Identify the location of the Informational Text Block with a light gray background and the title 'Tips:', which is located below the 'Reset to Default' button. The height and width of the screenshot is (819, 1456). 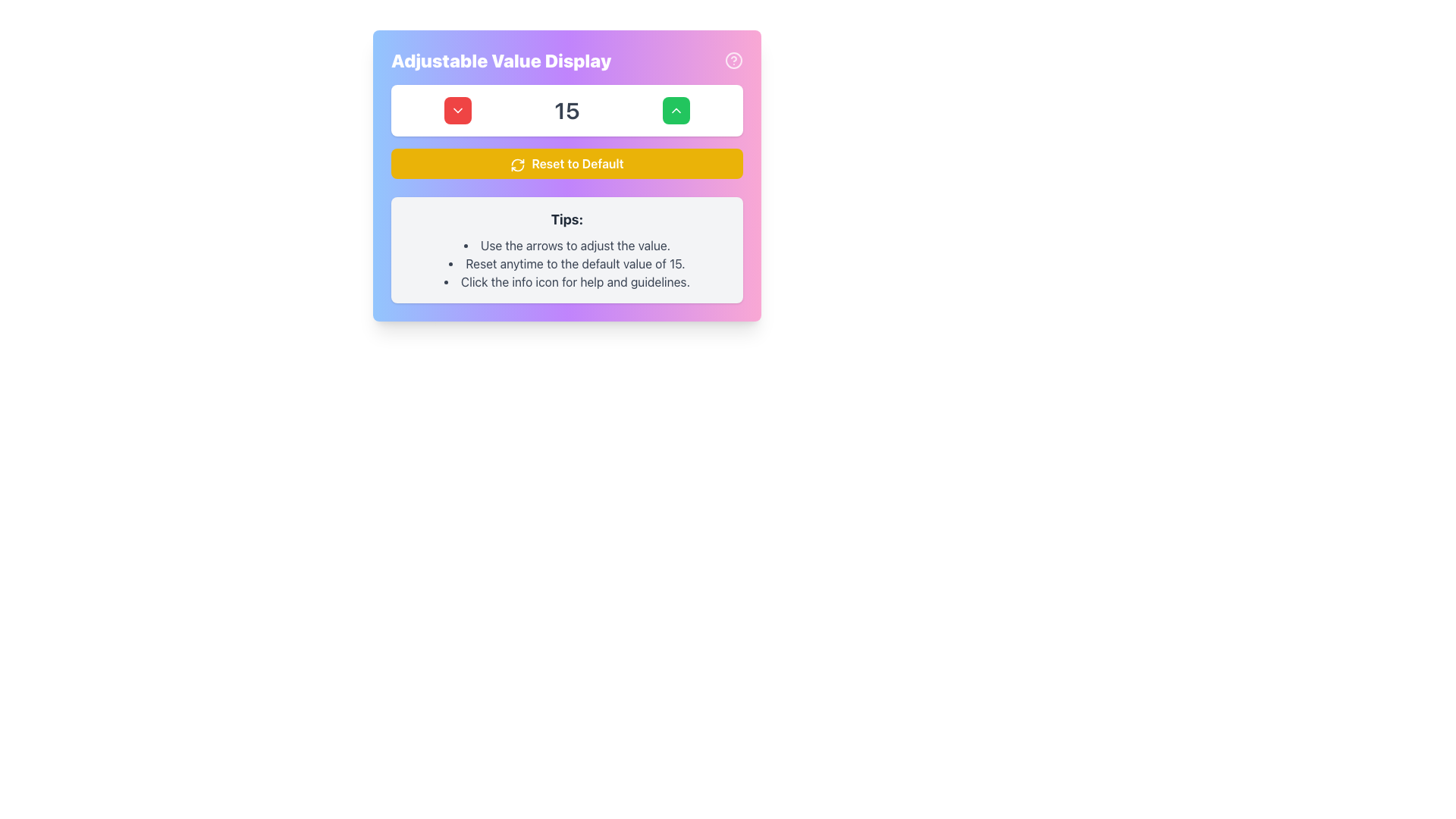
(566, 249).